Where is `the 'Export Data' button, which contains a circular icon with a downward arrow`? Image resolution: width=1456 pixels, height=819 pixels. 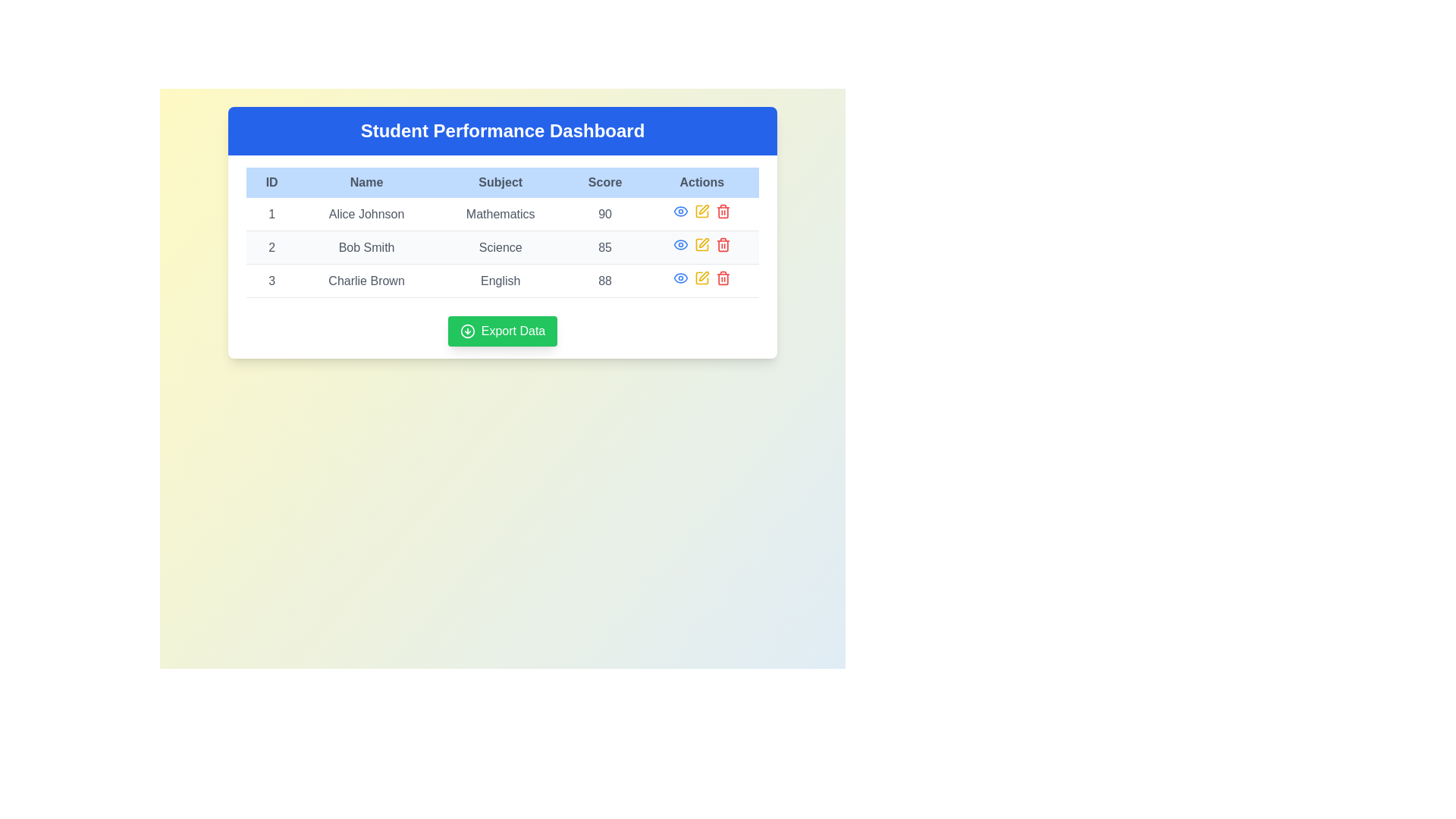
the 'Export Data' button, which contains a circular icon with a downward arrow is located at coordinates (466, 330).